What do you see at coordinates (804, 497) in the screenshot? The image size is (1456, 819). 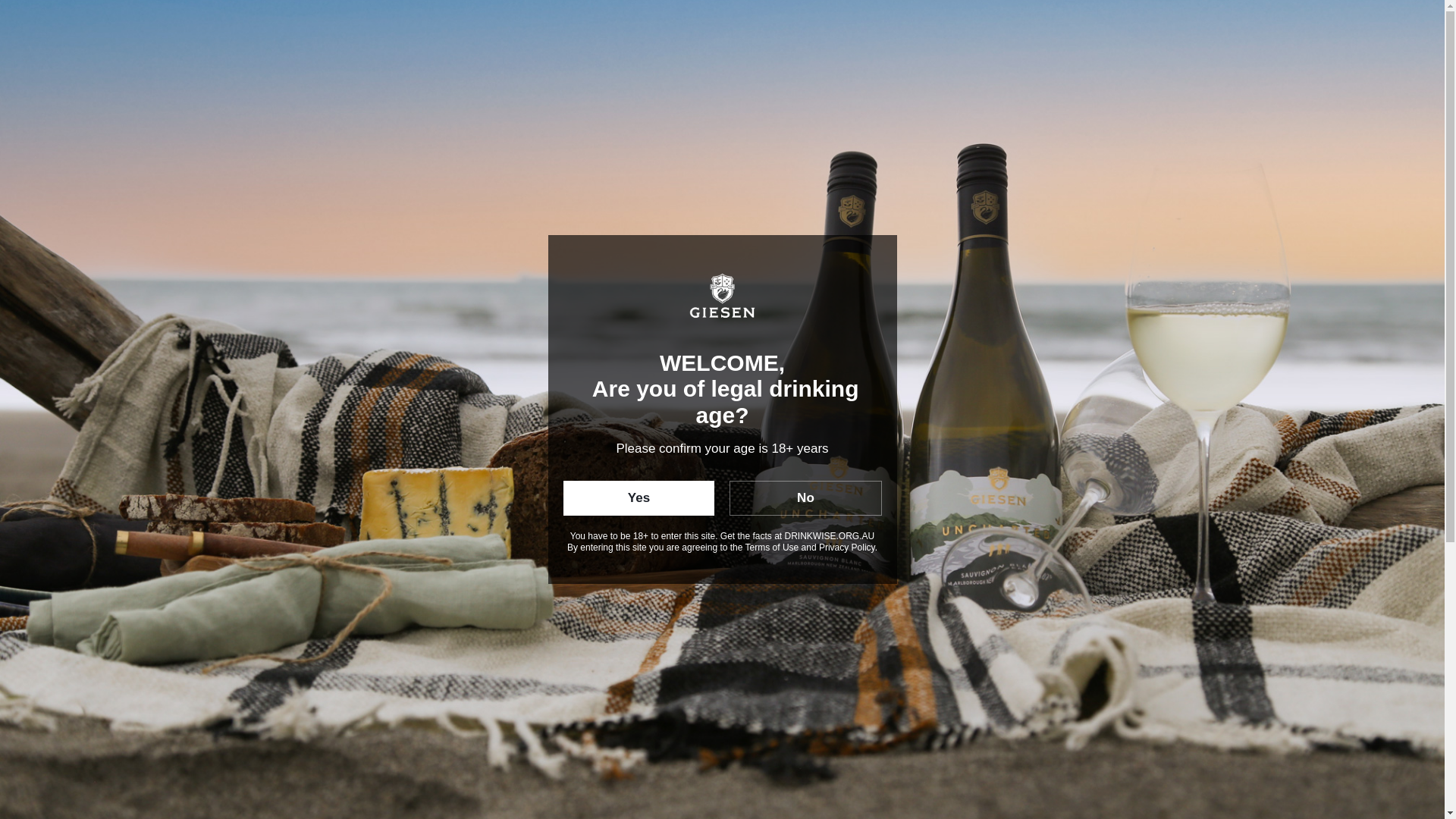 I see `'No'` at bounding box center [804, 497].